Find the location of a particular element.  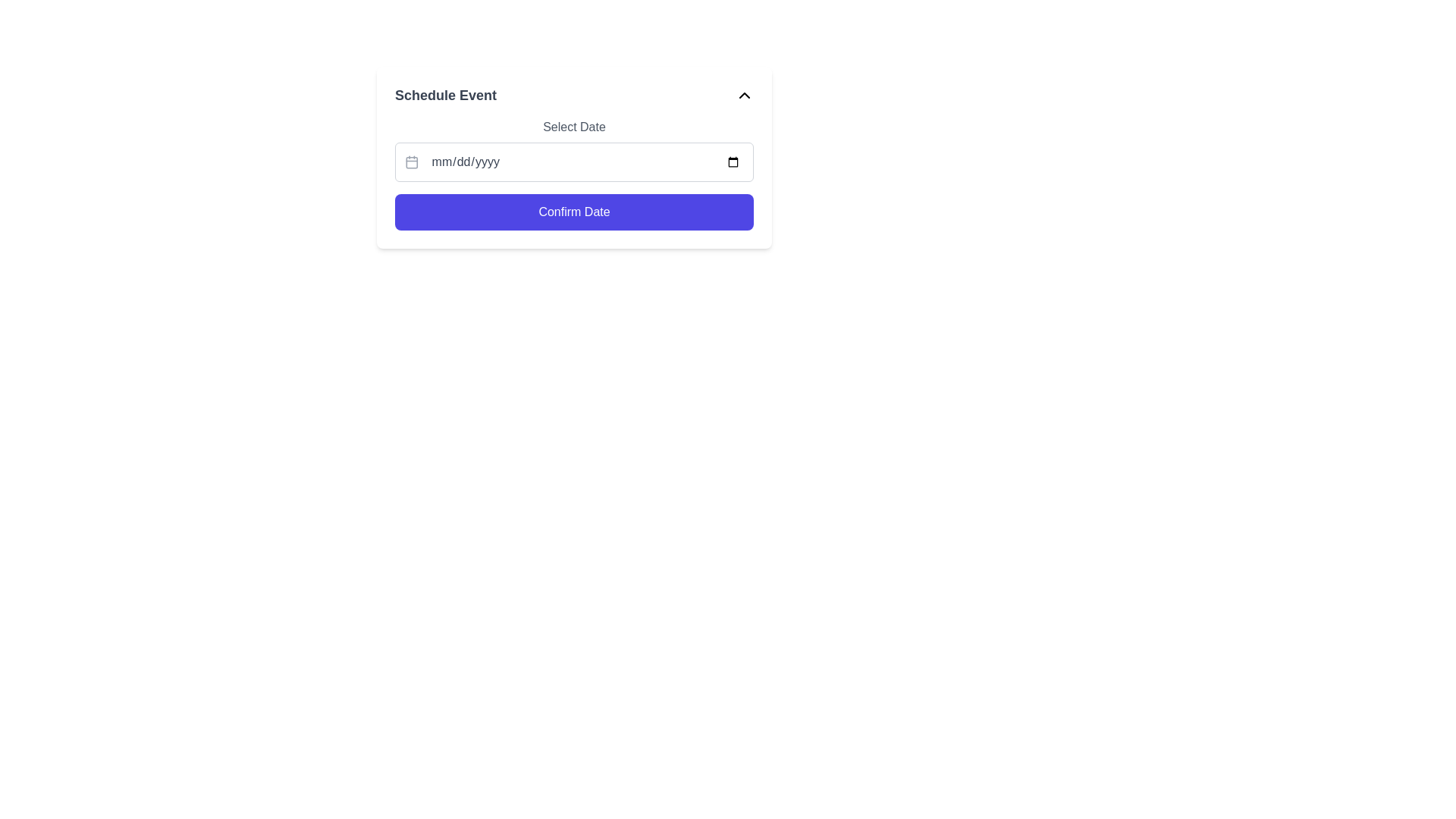

the 'Confirm Date' button, which is a rectangular button with a vibrant indigo background and white text, located below the date input field labeled 'mm/dd/yyyy' is located at coordinates (573, 212).